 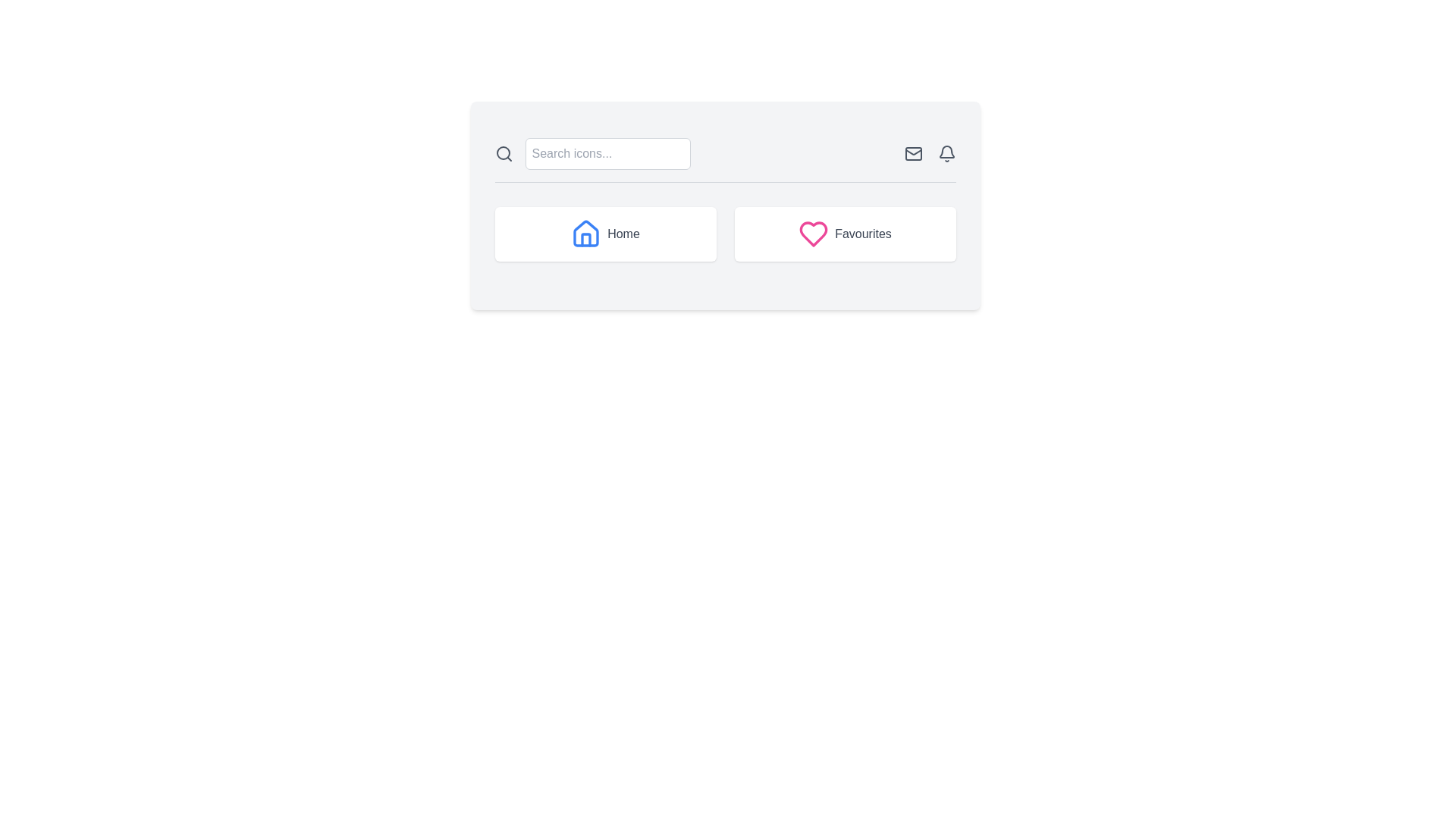 I want to click on the 'Home' card-like section, which is the first card in a two-card grid layout and is located to the left of the 'Favourites' card, so click(x=604, y=234).